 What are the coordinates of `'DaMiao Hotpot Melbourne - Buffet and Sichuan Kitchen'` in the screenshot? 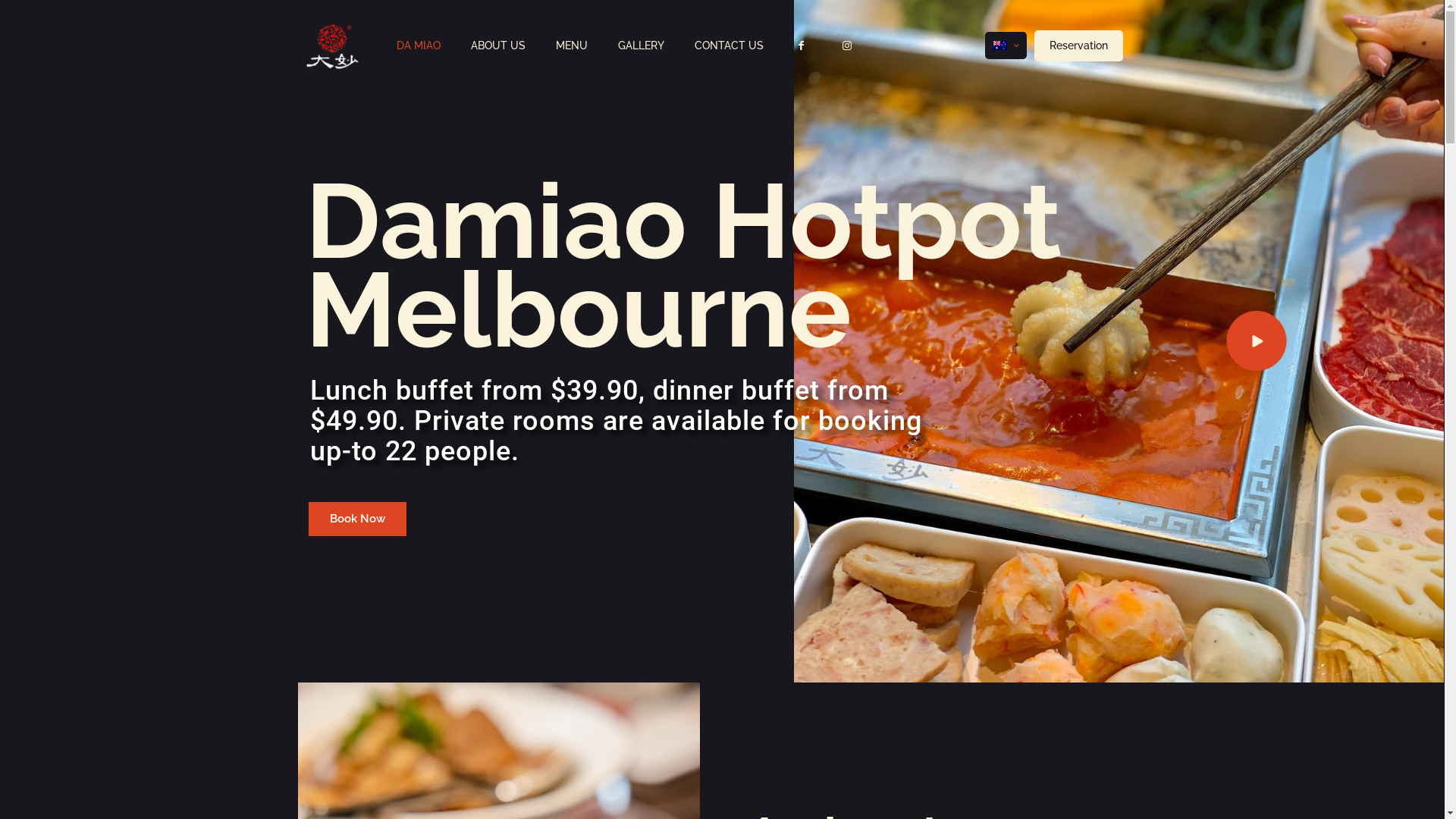 It's located at (305, 45).